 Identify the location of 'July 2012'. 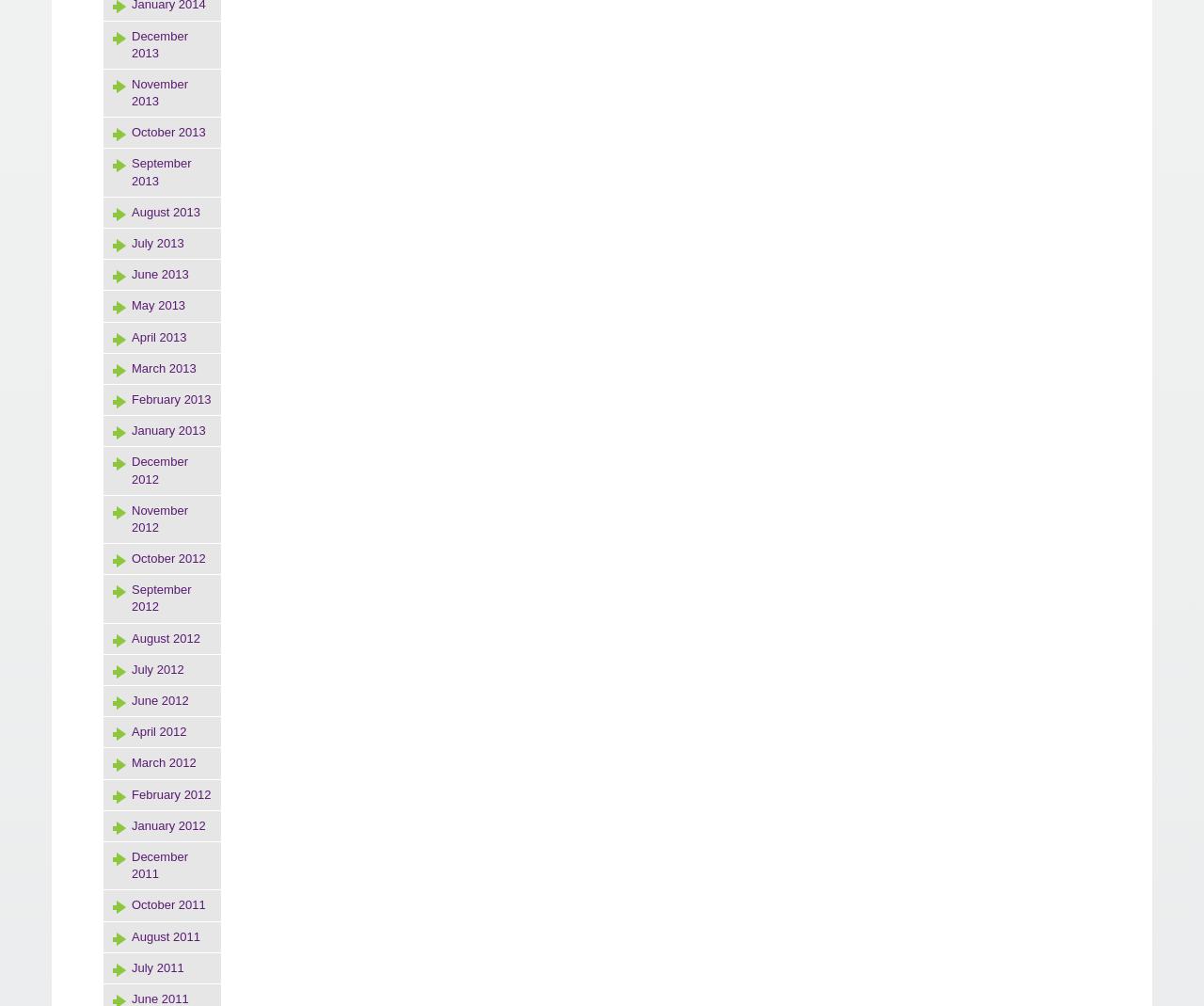
(157, 667).